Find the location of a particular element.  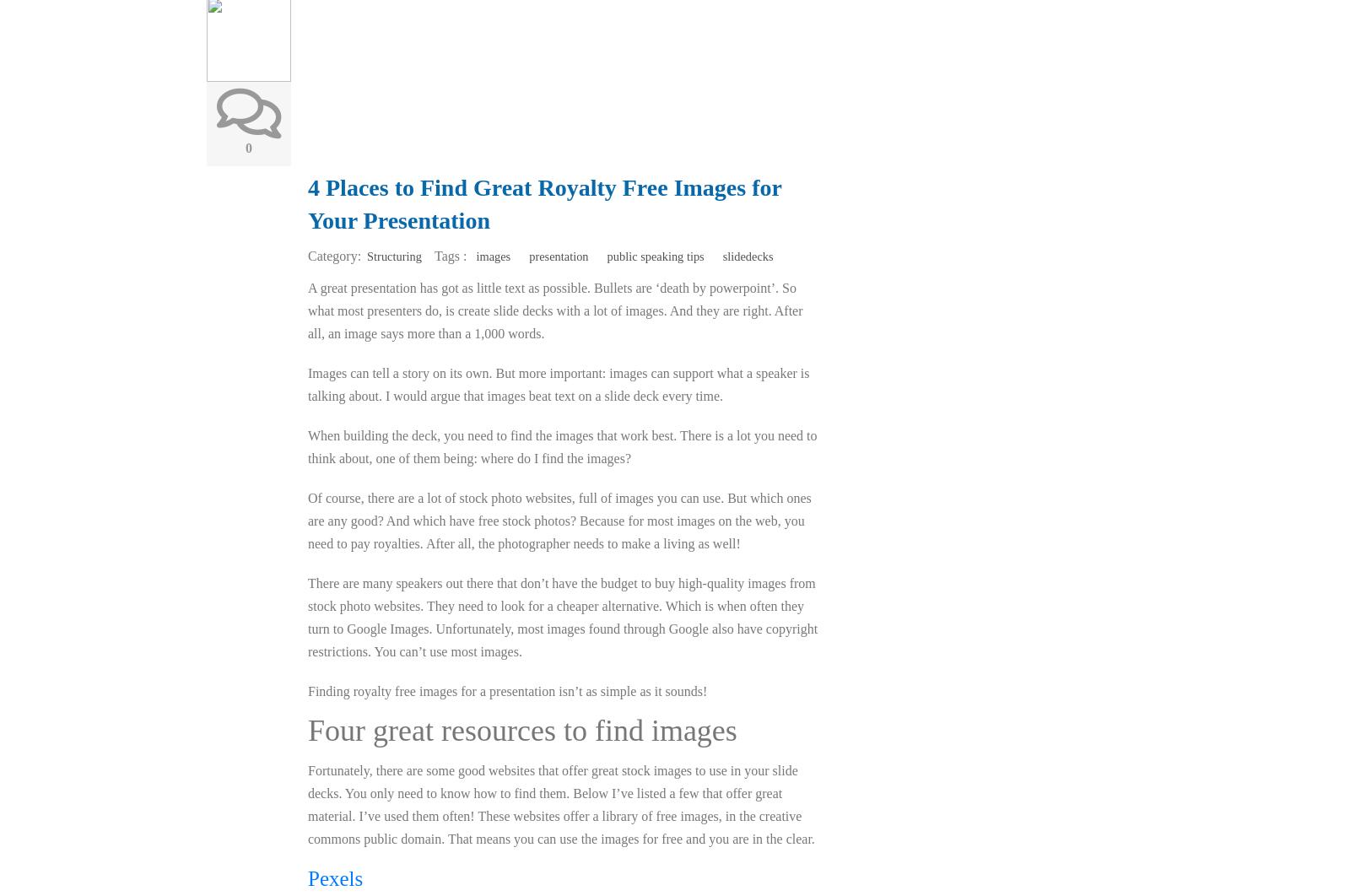

'A great presentation has got as little text as possible. Bullets are ‘death by powerpoint’. So what most presenters do, is create slide decks with a lot of images. And they are right. After all, an image says more than a 1,000 words.' is located at coordinates (555, 310).